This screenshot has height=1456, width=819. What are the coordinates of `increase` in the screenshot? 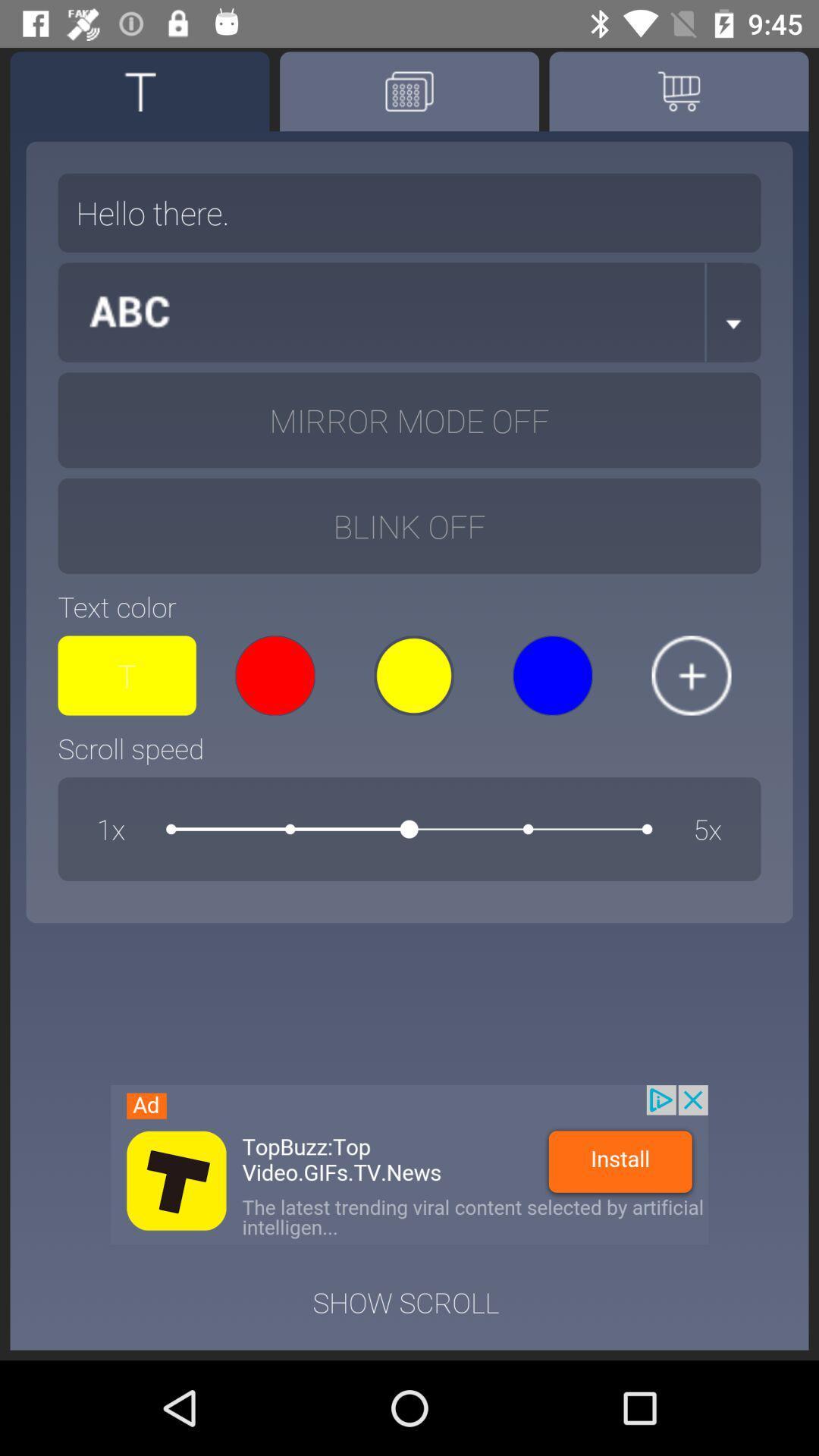 It's located at (691, 675).